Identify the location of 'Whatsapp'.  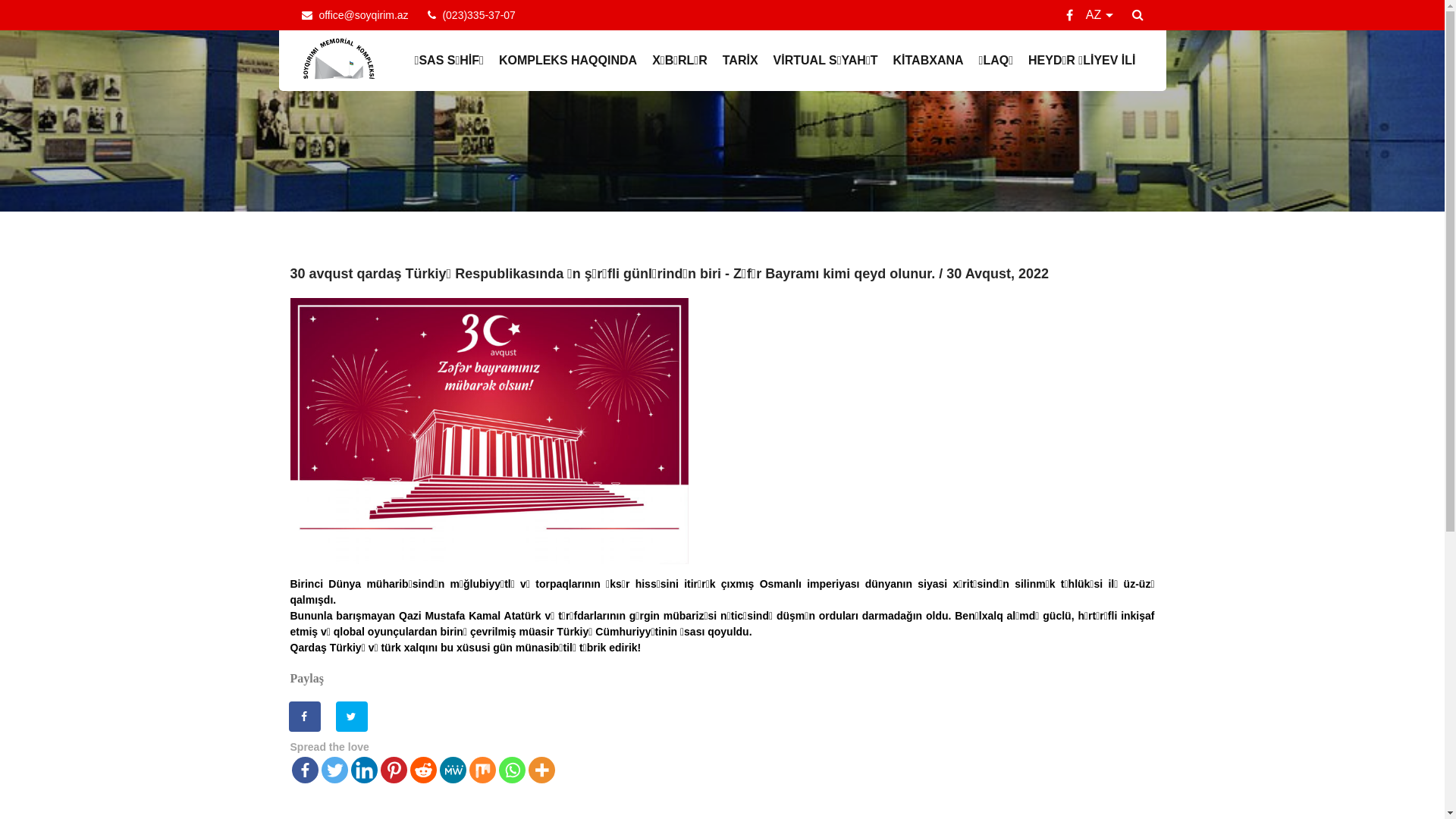
(512, 770).